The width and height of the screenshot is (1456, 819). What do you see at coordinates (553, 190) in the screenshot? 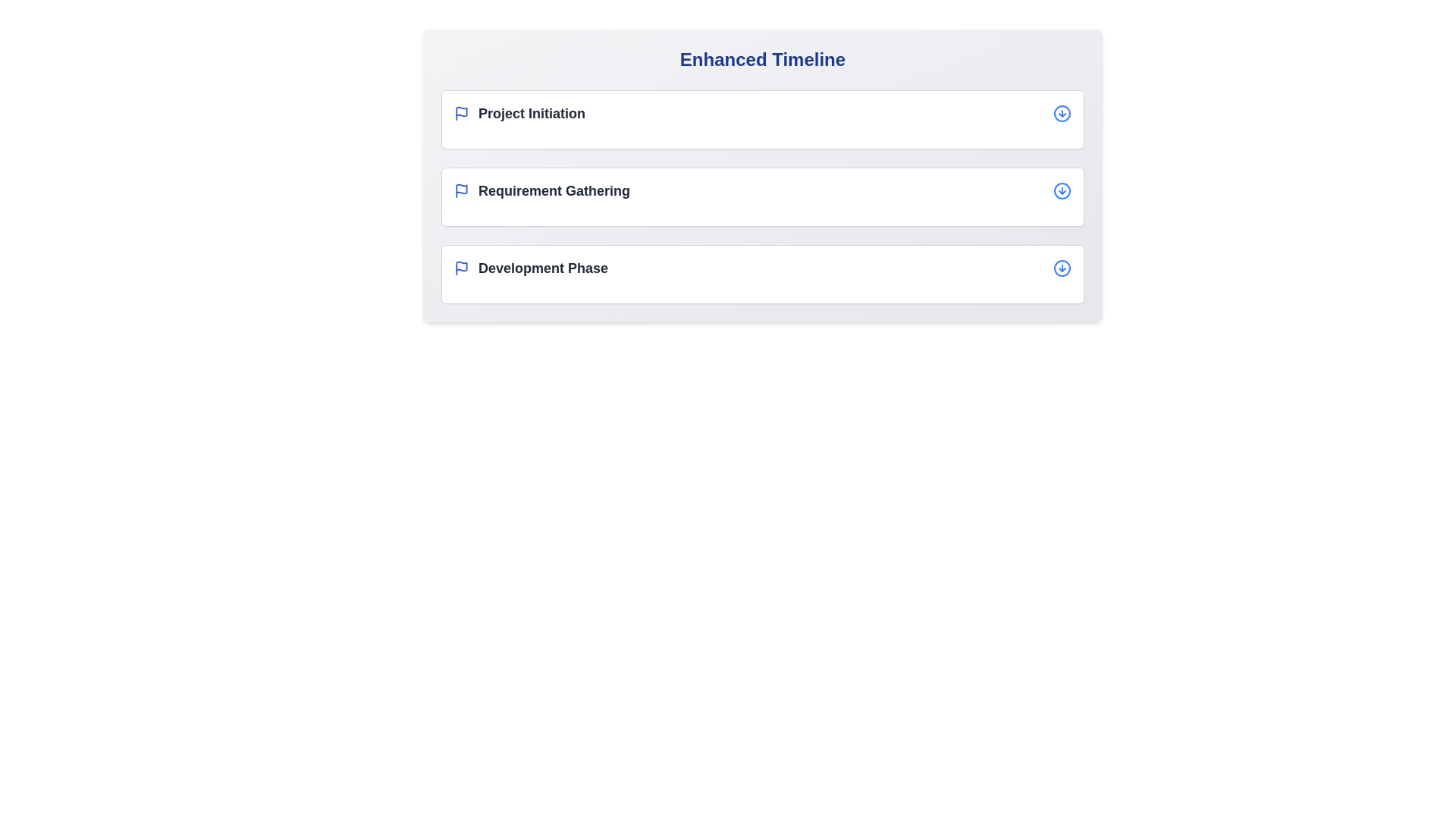
I see `the static text label or heading that identifies the second item in a vertical list, situated between 'Project Initiation' and 'Development Phase'` at bounding box center [553, 190].